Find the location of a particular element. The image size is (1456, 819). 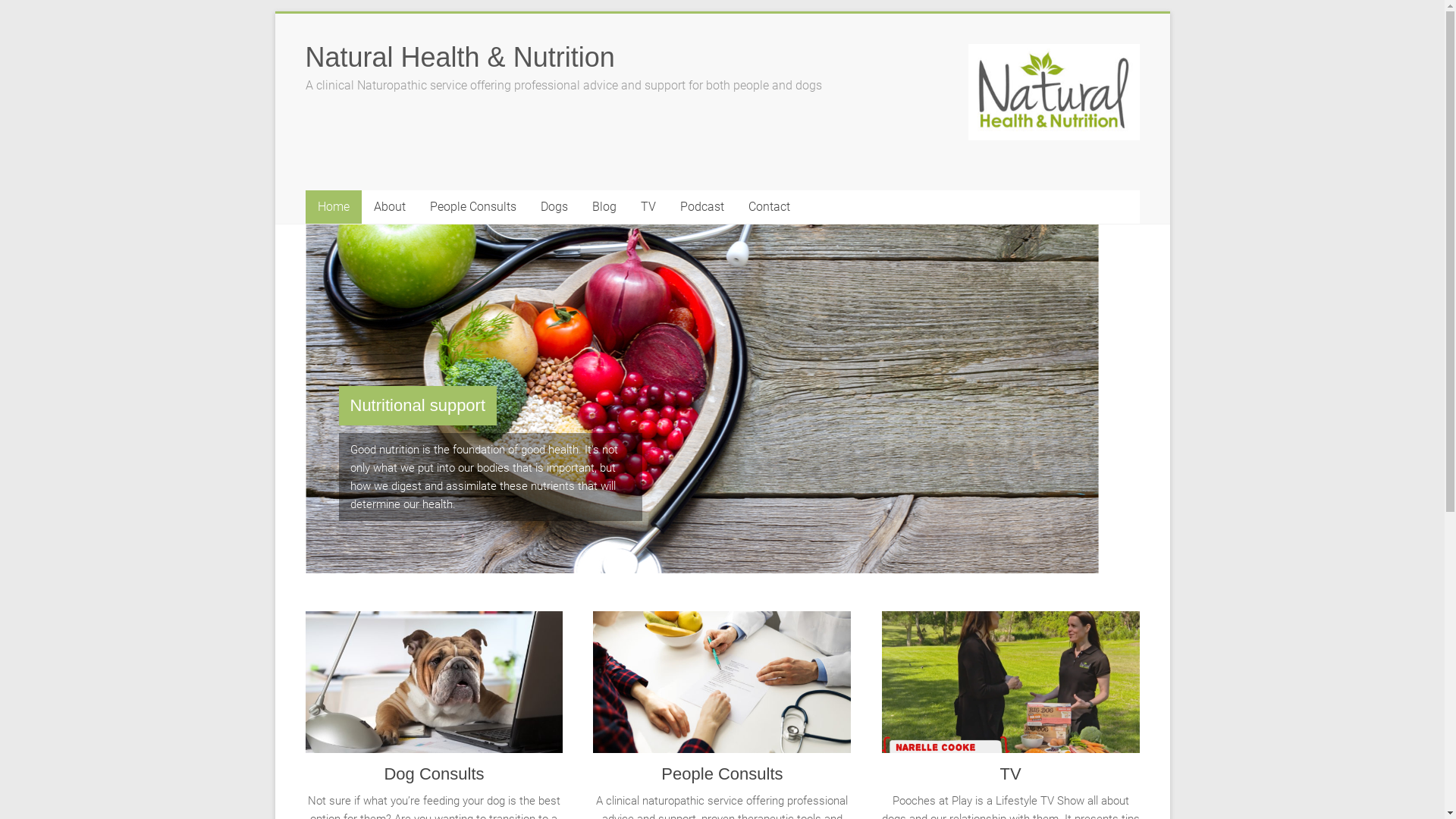

'Dog Consults' is located at coordinates (432, 773).